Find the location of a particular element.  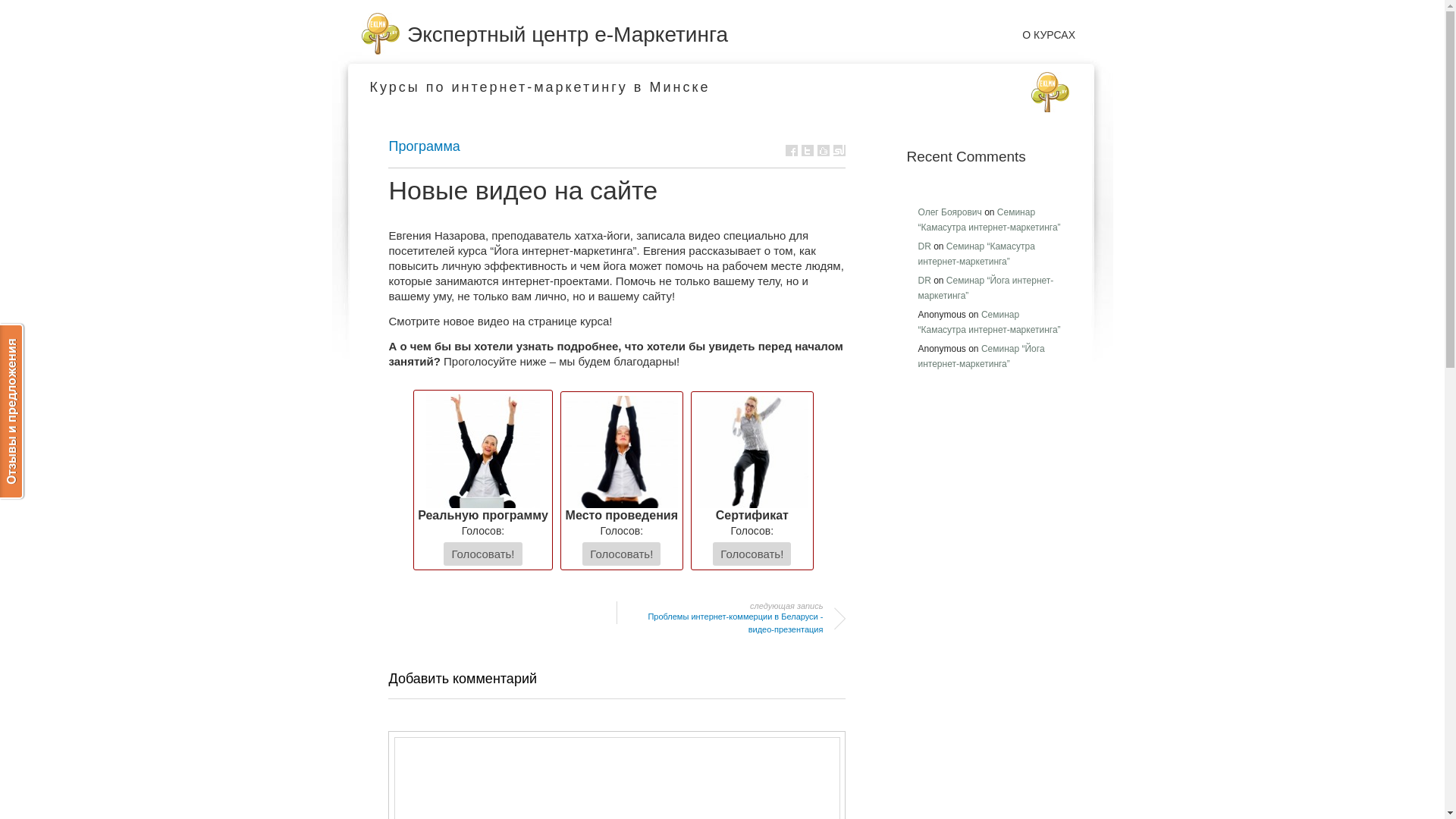

'DR' is located at coordinates (923, 281).